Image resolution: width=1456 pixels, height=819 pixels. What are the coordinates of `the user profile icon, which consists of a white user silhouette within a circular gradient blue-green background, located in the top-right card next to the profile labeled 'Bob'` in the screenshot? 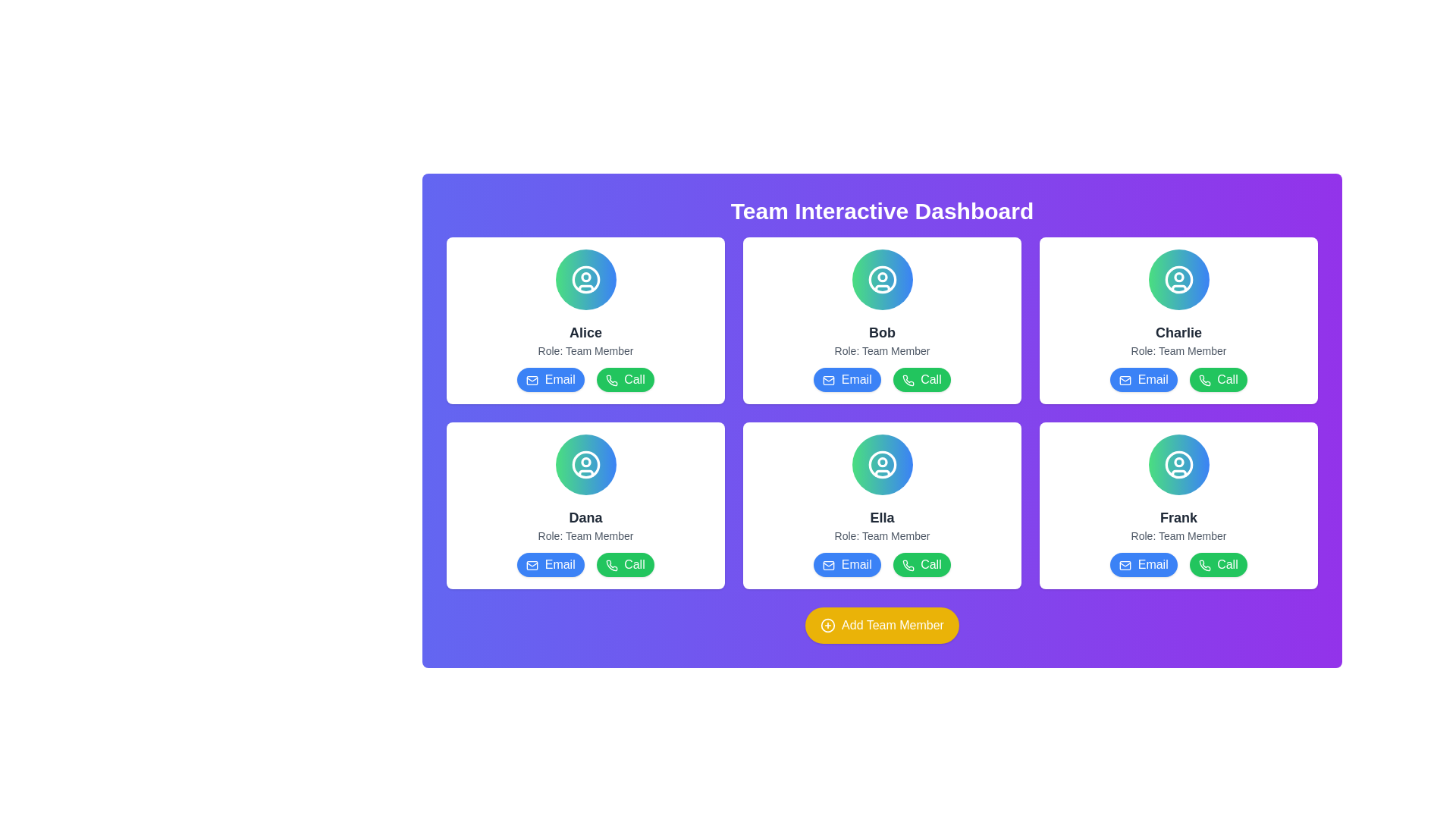 It's located at (882, 280).